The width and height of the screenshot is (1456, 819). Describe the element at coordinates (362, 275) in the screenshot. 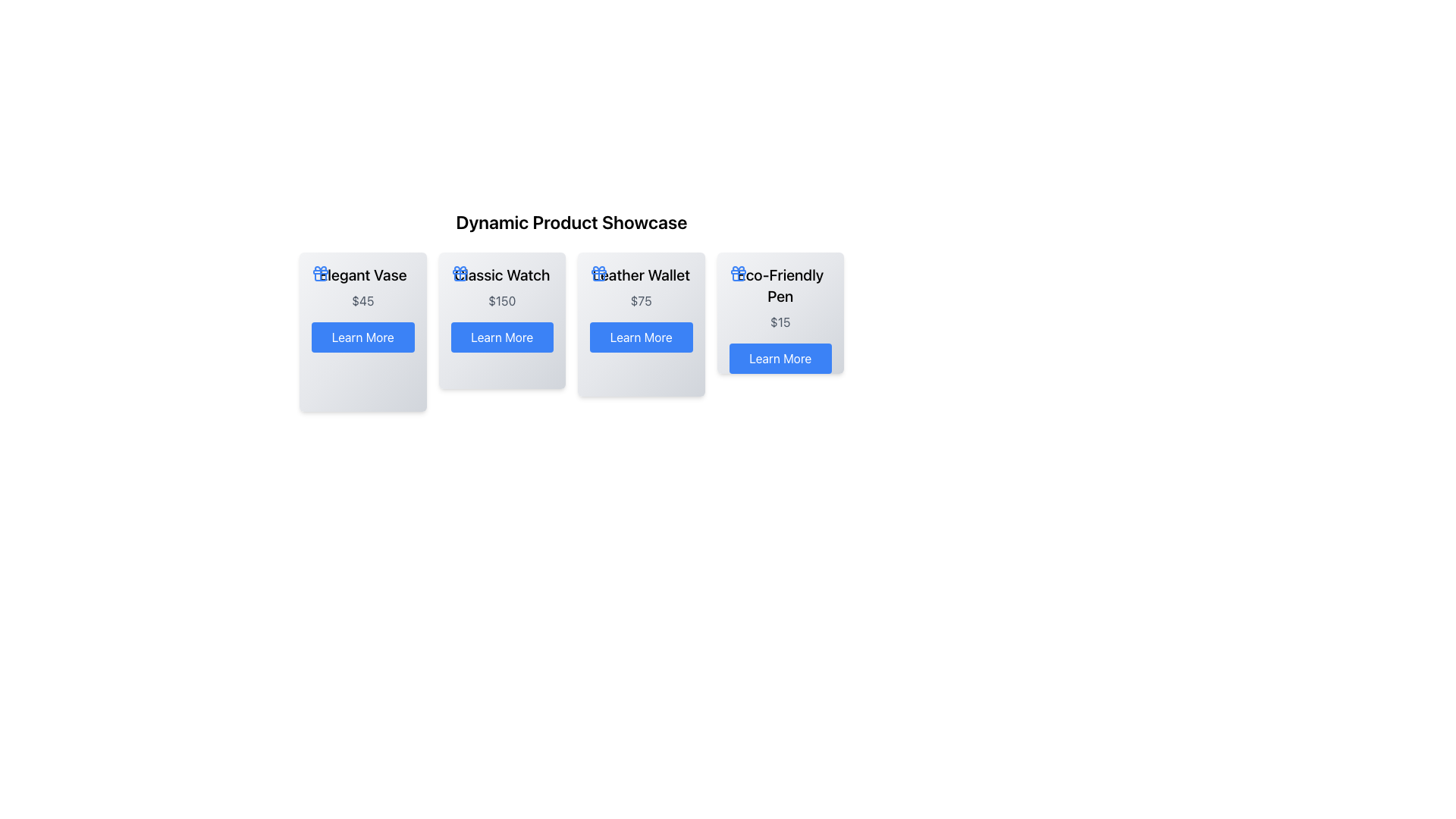

I see `the 'Elegant Vase' text label, which displays the product name at the top of its card, positioned above the price text and 'Learn More' button` at that location.